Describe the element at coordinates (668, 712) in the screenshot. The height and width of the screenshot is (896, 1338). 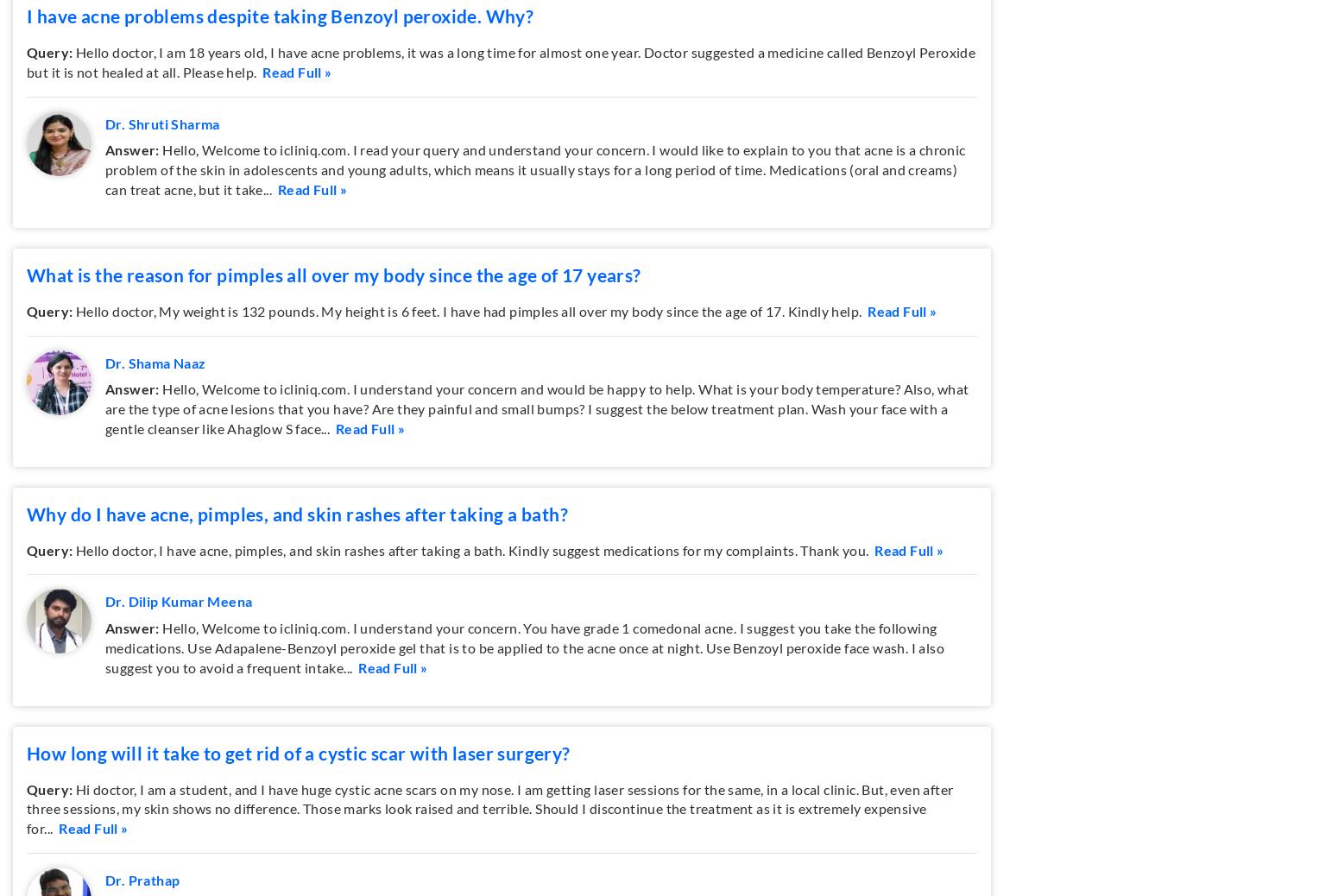
I see `'Copyright © 2023, iCliniq - All Rights Reserved'` at that location.